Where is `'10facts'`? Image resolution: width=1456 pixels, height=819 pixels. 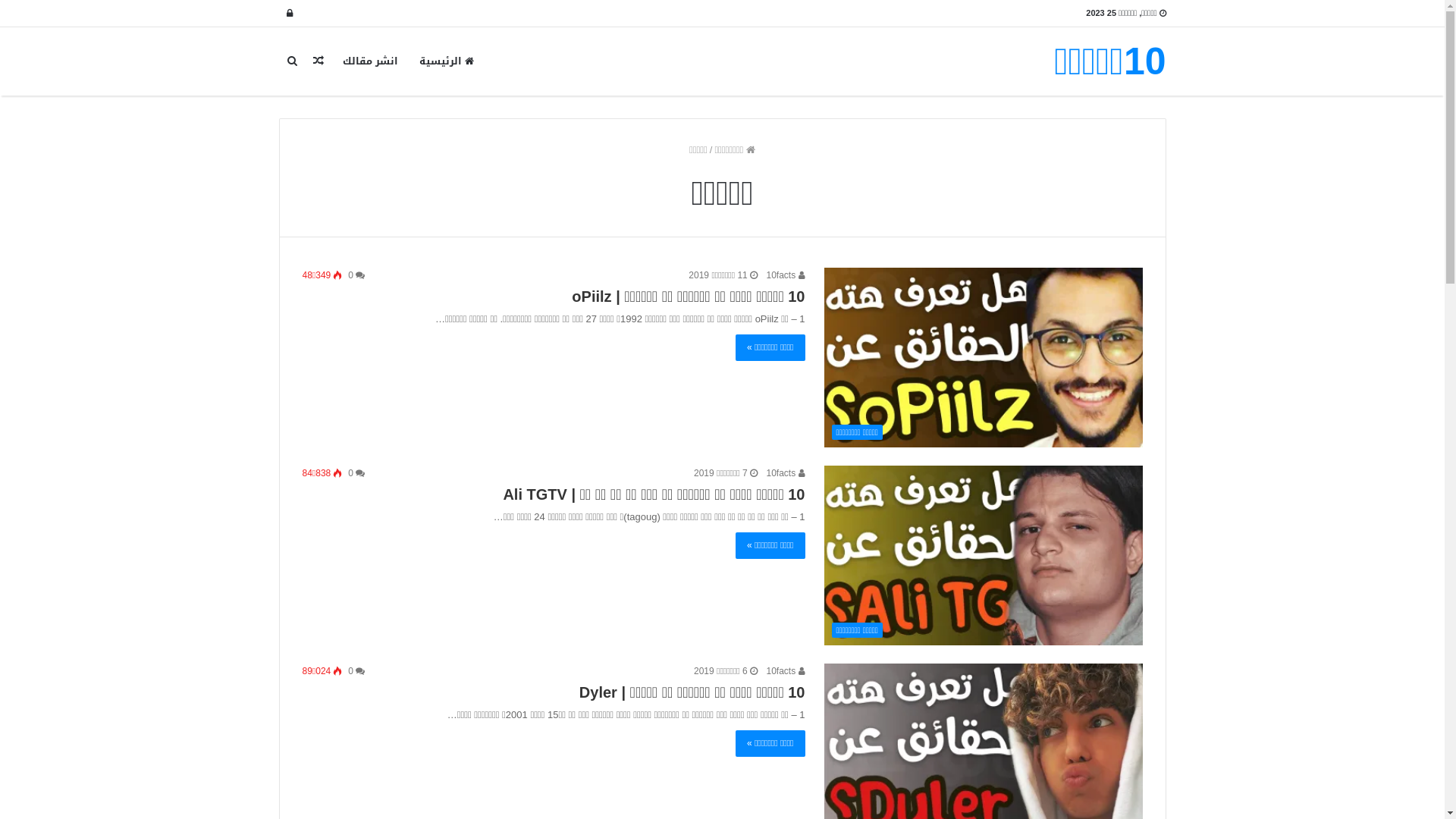
'10facts' is located at coordinates (785, 472).